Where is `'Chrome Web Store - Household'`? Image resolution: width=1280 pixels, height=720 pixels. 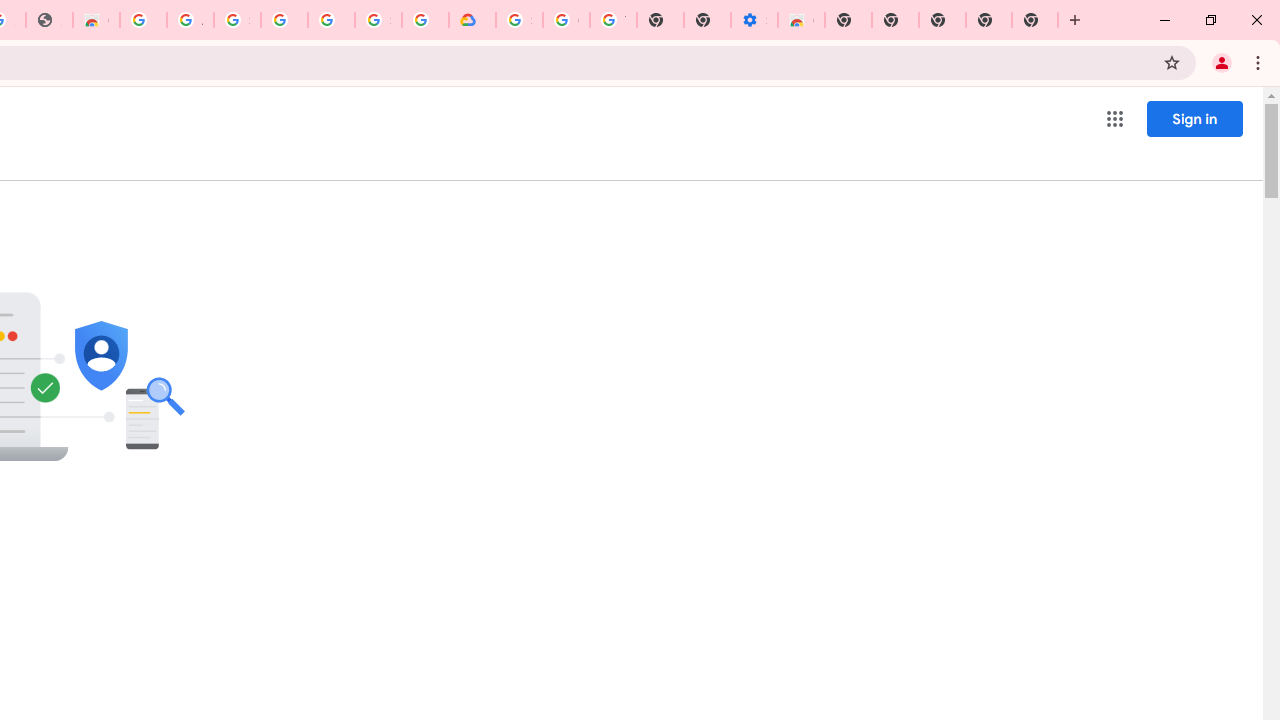 'Chrome Web Store - Household' is located at coordinates (95, 20).